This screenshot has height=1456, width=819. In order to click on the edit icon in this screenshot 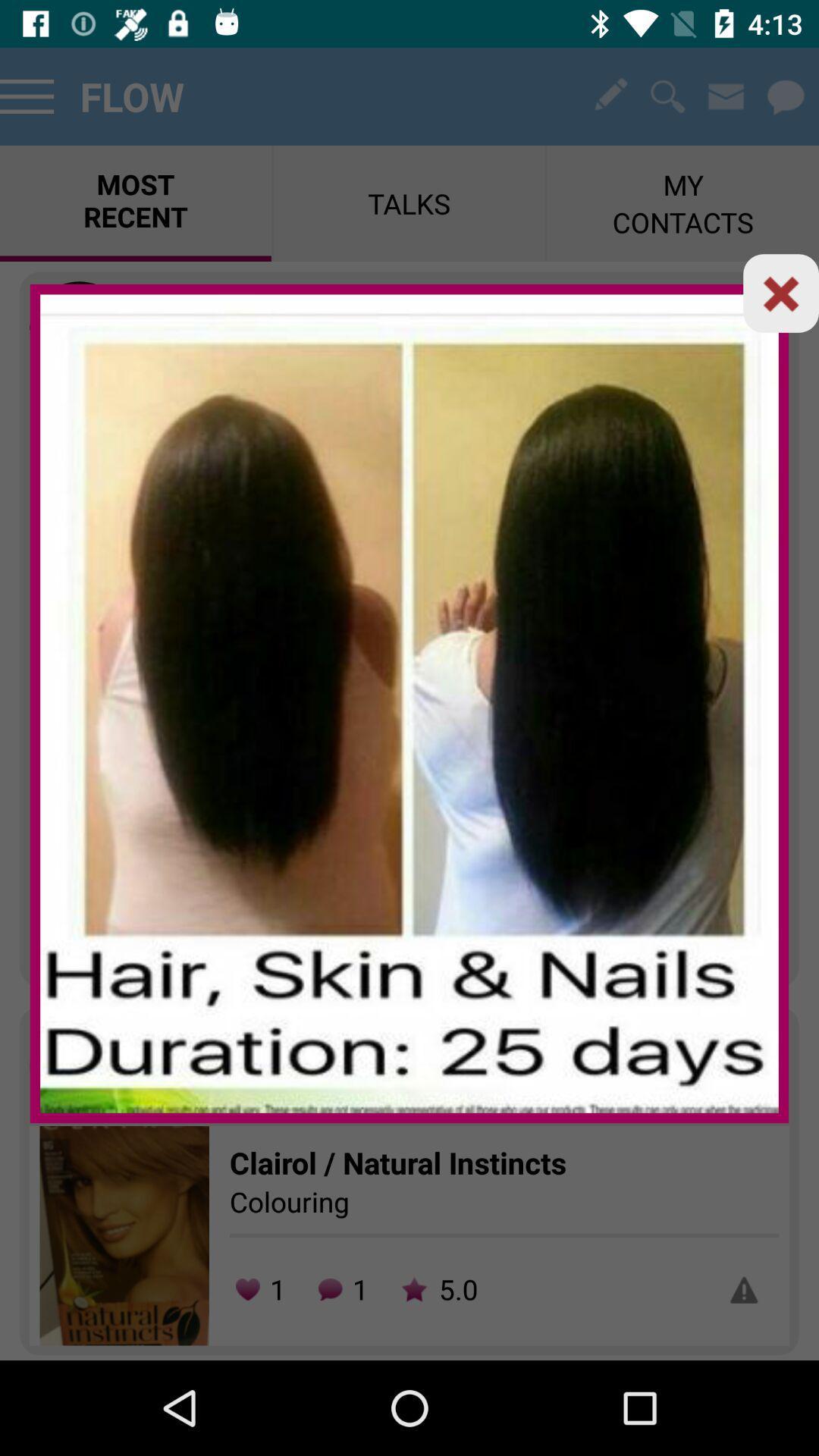, I will do `click(610, 93)`.